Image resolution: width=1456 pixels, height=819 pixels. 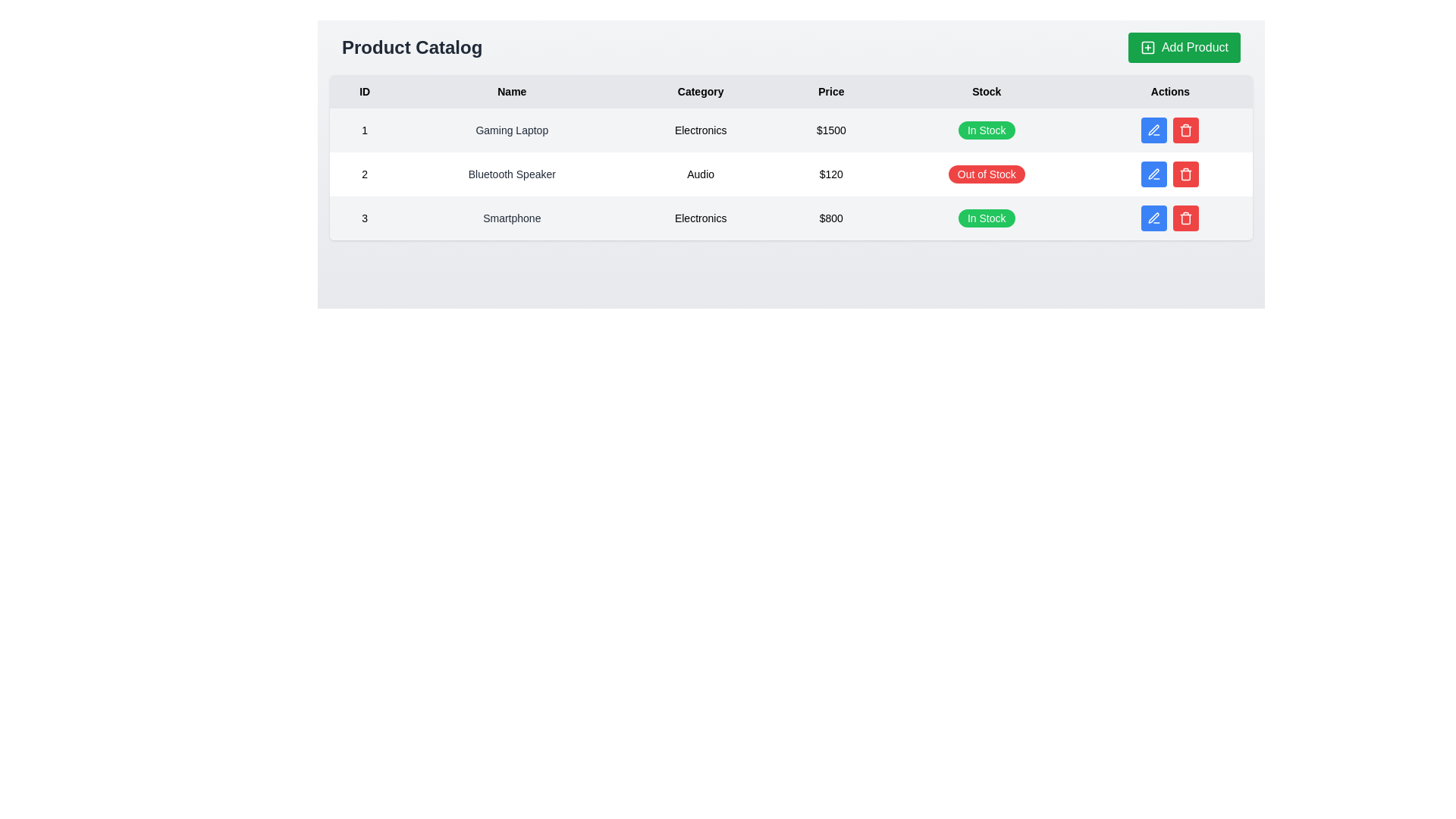 I want to click on the text displaying '$800' in the 'Price' column of the third row under '3 Smartphone Electronics', which is styled in a standard dark font and is center-aligned, so click(x=830, y=218).